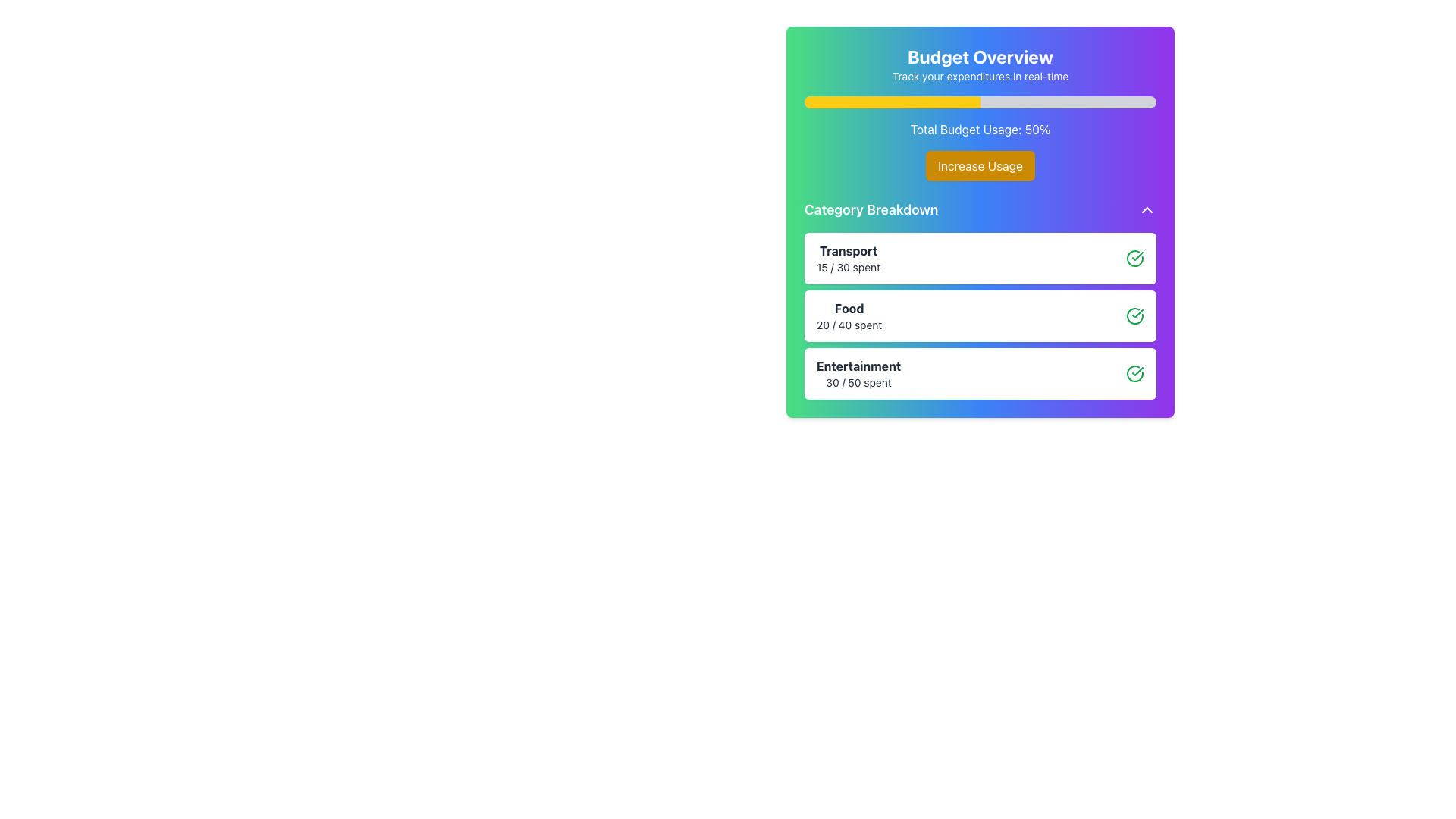 The width and height of the screenshot is (1456, 819). I want to click on the bold heading label 'Food' in the 'Category Breakdown' section, which is visually distinct and located between 'Transport' and 'Entertainment', so click(849, 308).